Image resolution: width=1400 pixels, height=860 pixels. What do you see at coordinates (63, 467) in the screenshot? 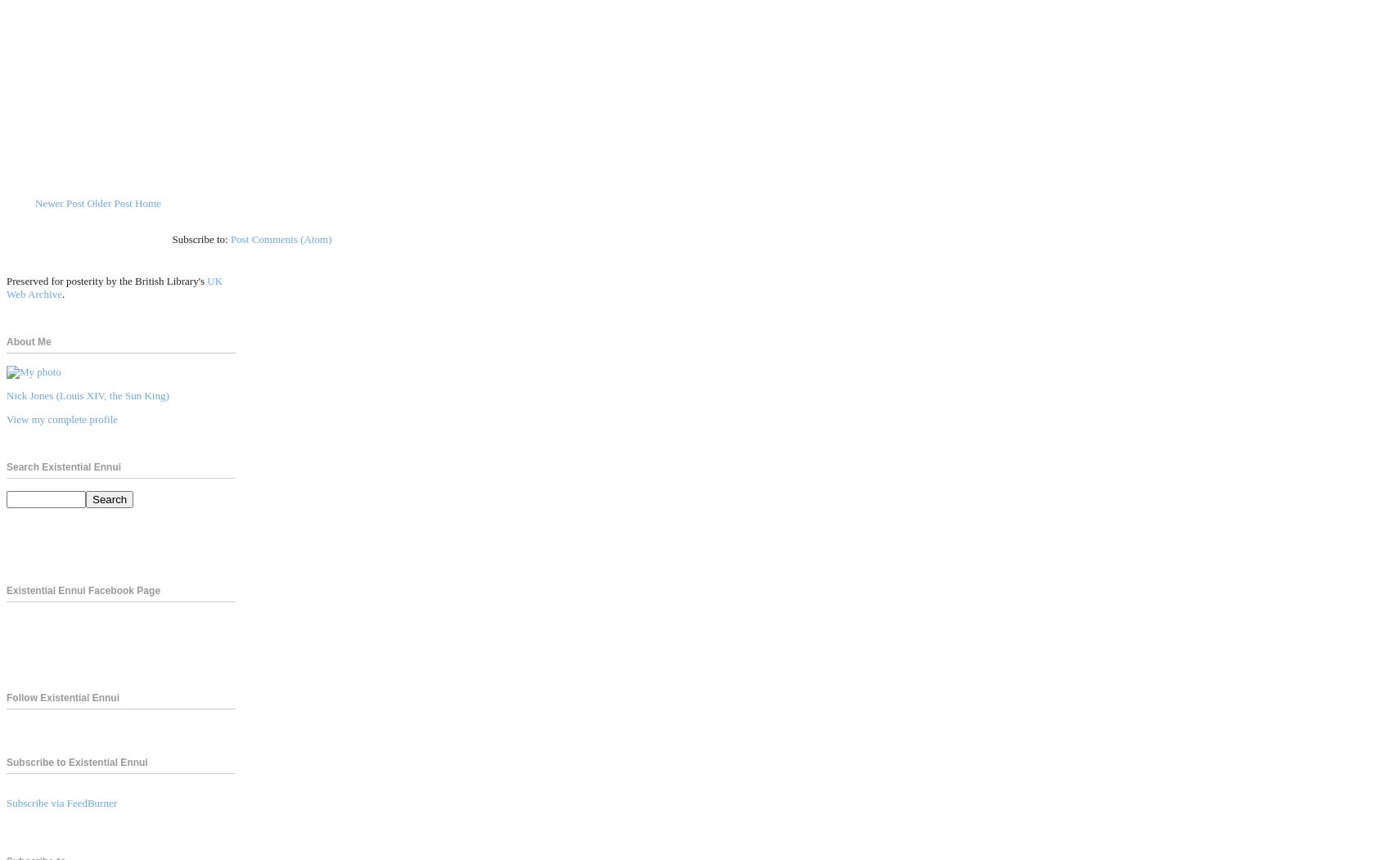
I see `'Search Existential Ennui'` at bounding box center [63, 467].